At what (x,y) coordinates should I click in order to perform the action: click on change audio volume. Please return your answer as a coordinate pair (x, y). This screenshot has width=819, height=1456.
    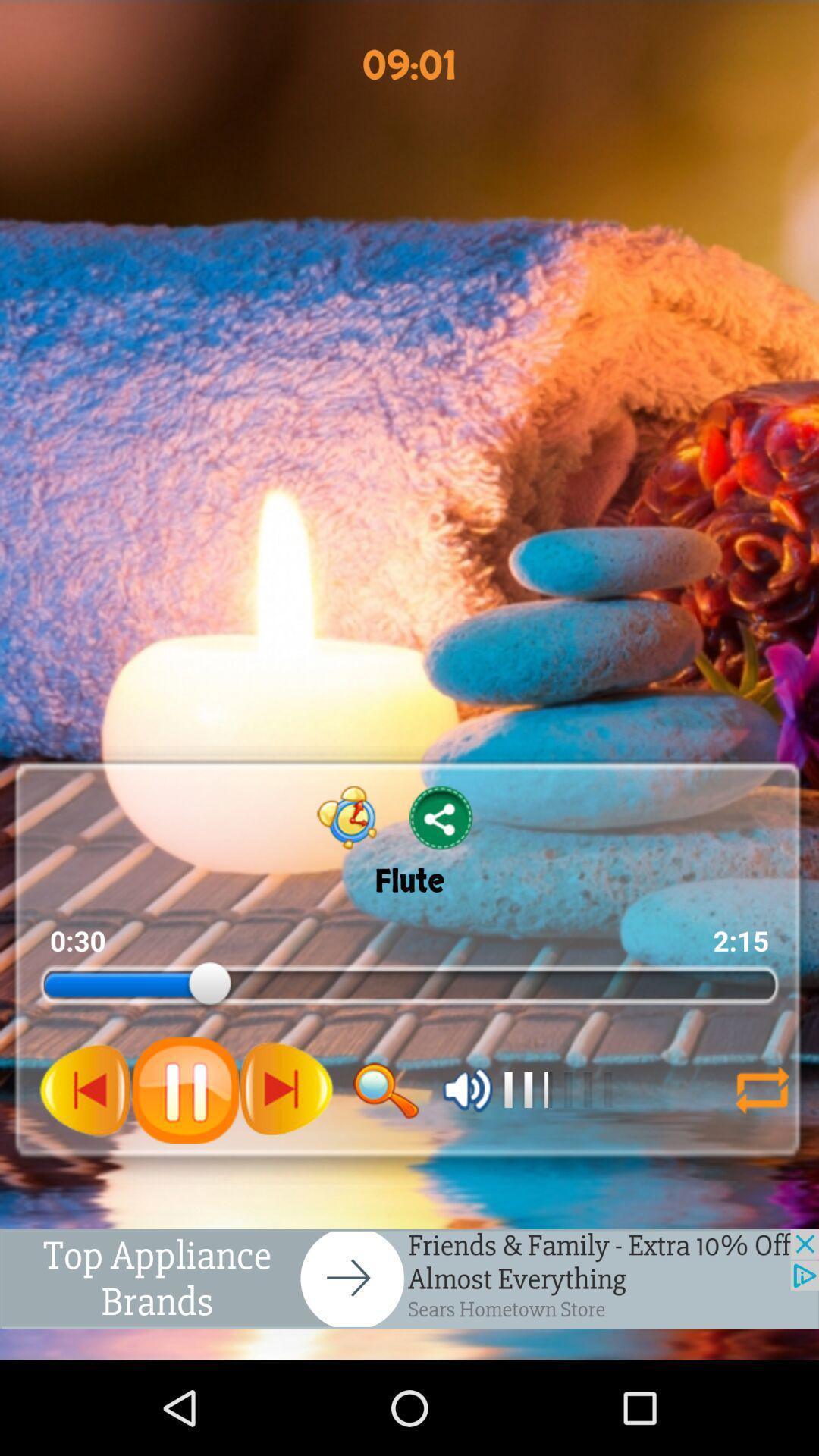
    Looking at the image, I should click on (467, 1089).